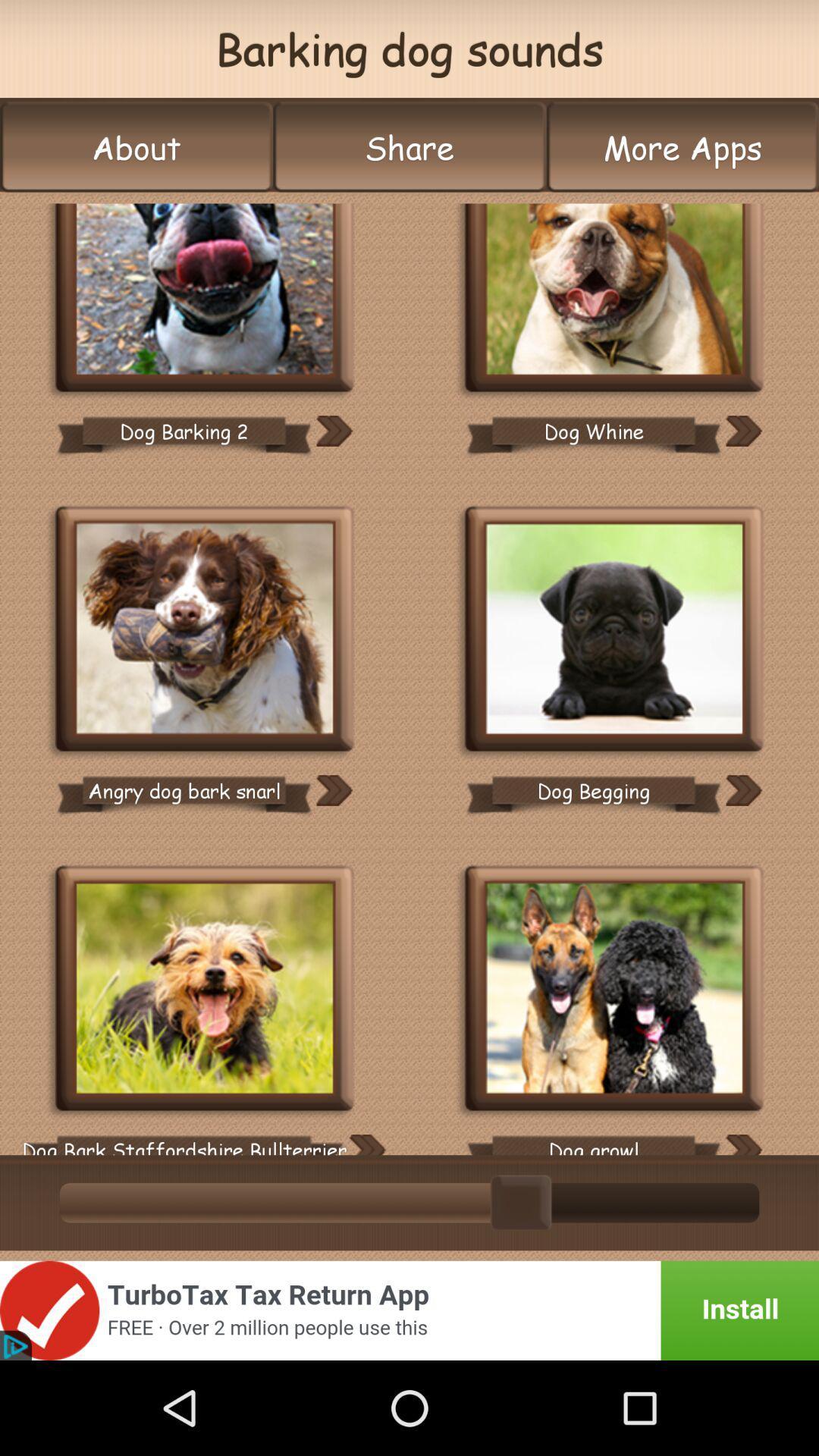 Image resolution: width=819 pixels, height=1456 pixels. Describe the element at coordinates (614, 631) in the screenshot. I see `dog begging sound` at that location.